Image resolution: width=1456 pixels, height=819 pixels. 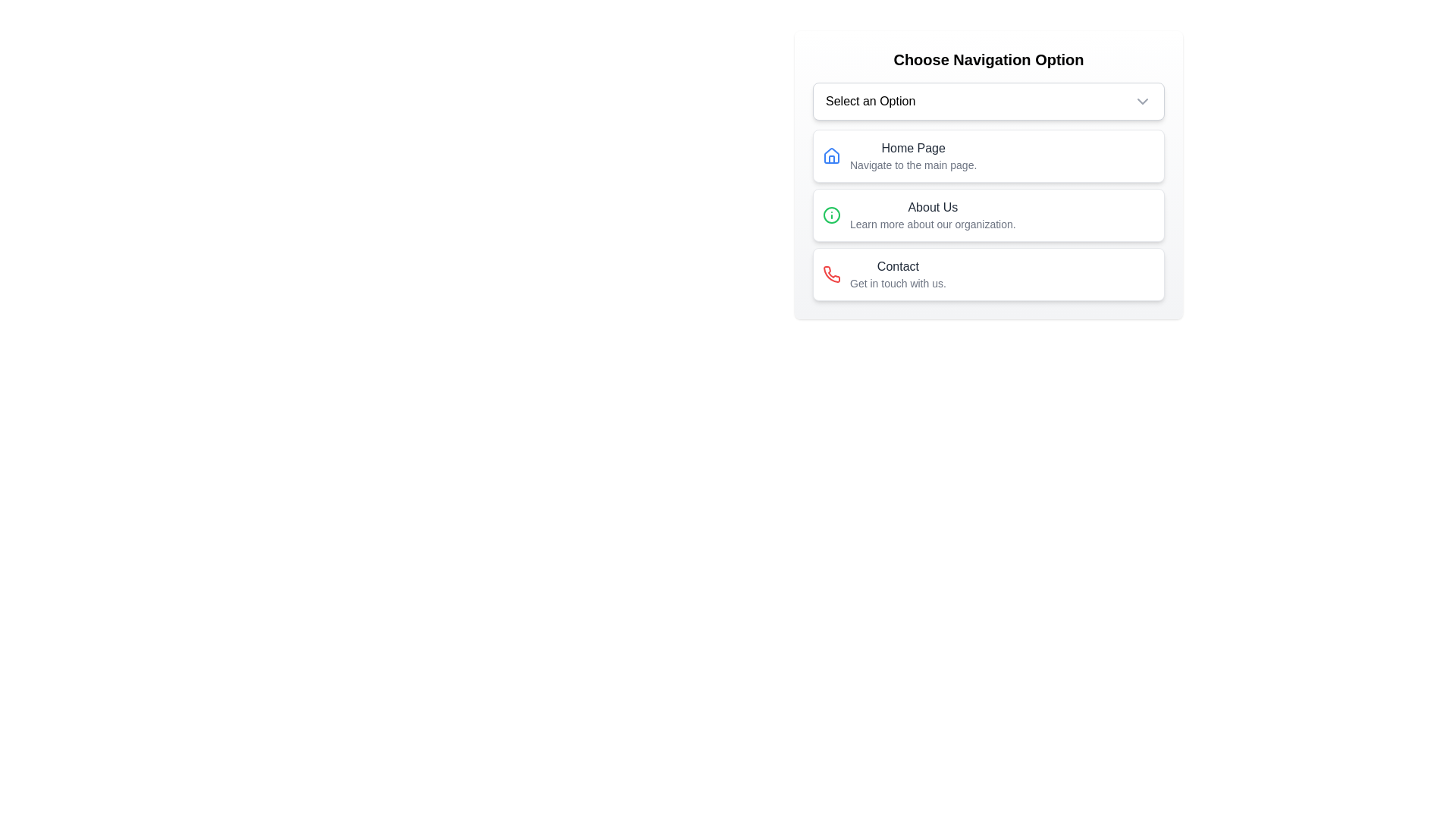 What do you see at coordinates (912, 165) in the screenshot?
I see `the descriptive text label located directly below the 'Home Page' navigation option` at bounding box center [912, 165].